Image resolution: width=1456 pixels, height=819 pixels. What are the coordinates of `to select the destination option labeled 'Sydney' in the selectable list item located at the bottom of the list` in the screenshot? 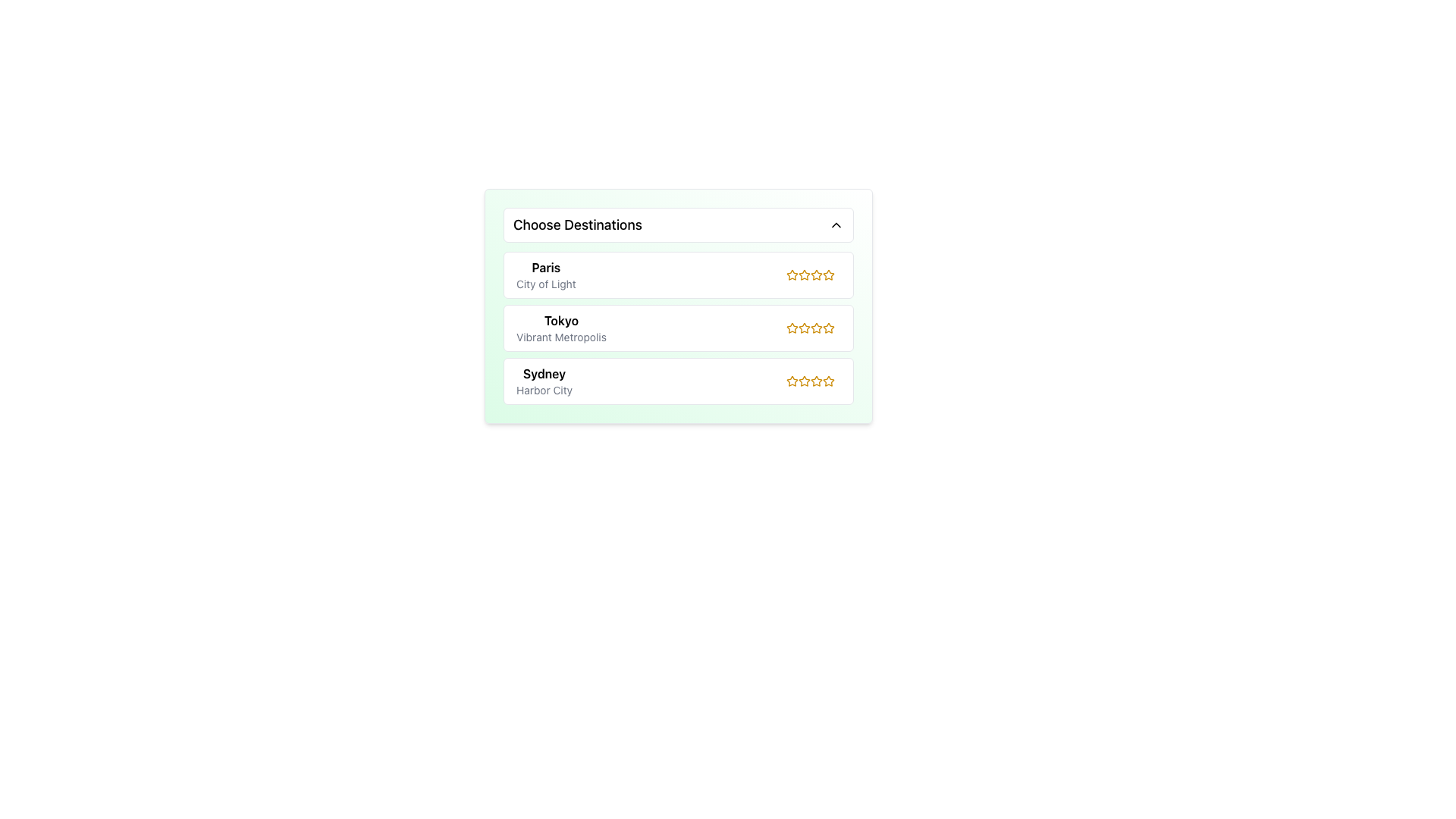 It's located at (677, 380).